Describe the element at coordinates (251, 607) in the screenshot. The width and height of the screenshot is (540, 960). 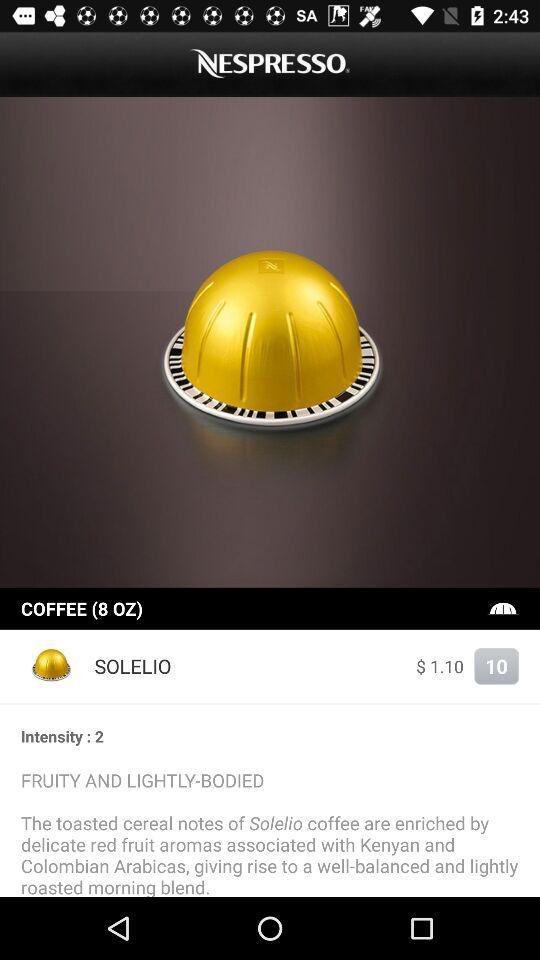
I see `coffee (8 oz)` at that location.